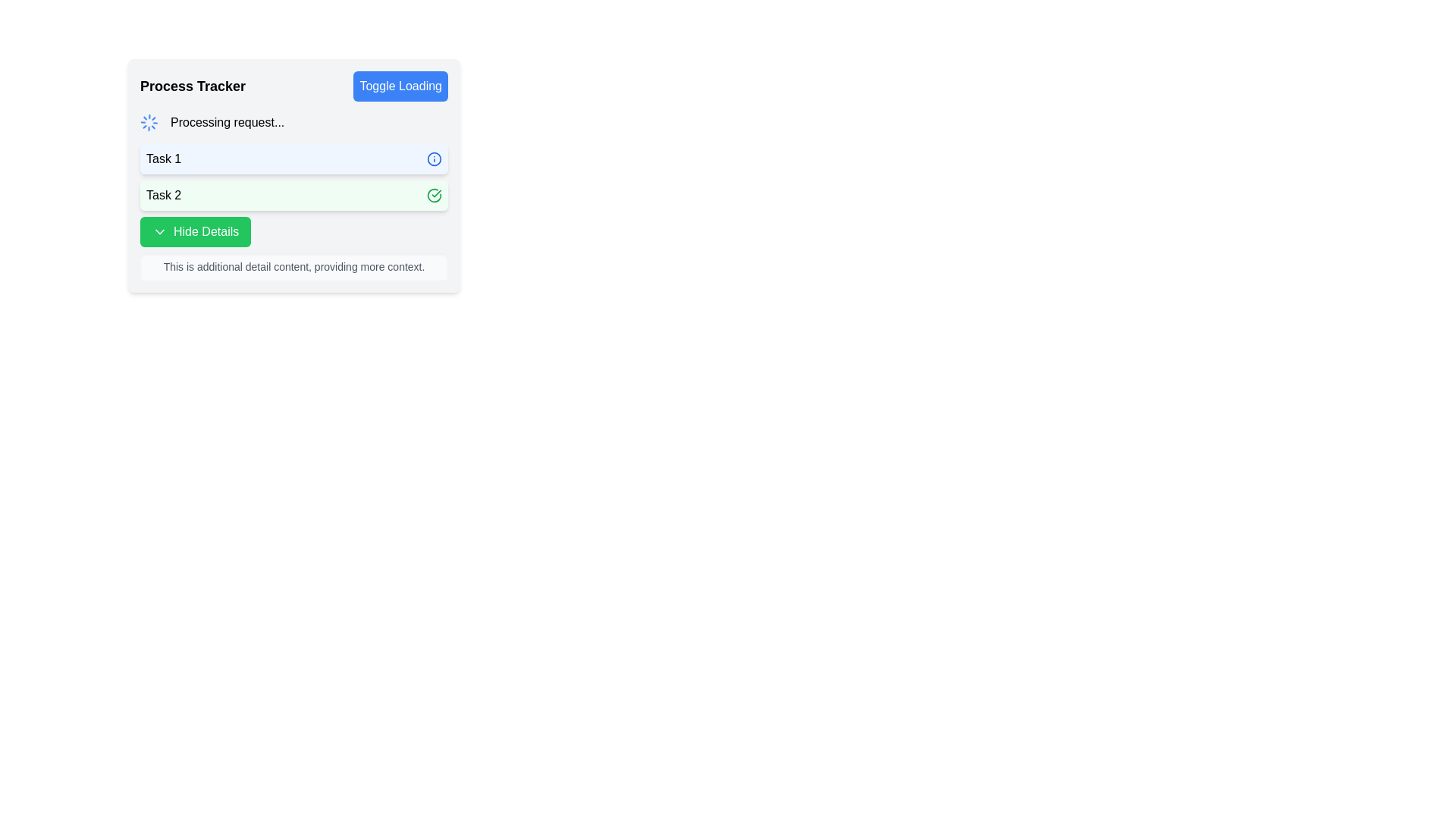 This screenshot has height=819, width=1456. What do you see at coordinates (149, 122) in the screenshot?
I see `the Loading Spinner, which serves as a visual indicator for ongoing processes, located to the left of the text 'Processing request...' in the 'Process Tracker' section` at bounding box center [149, 122].